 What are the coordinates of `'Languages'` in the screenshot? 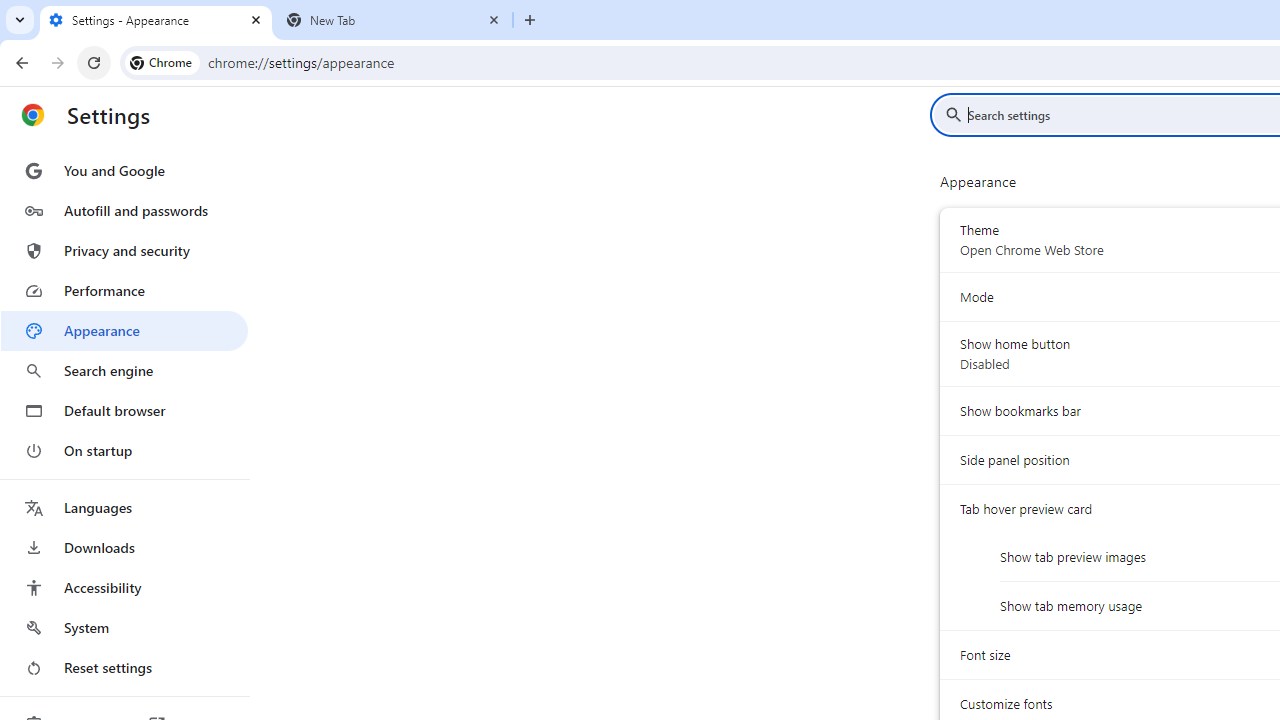 It's located at (123, 506).